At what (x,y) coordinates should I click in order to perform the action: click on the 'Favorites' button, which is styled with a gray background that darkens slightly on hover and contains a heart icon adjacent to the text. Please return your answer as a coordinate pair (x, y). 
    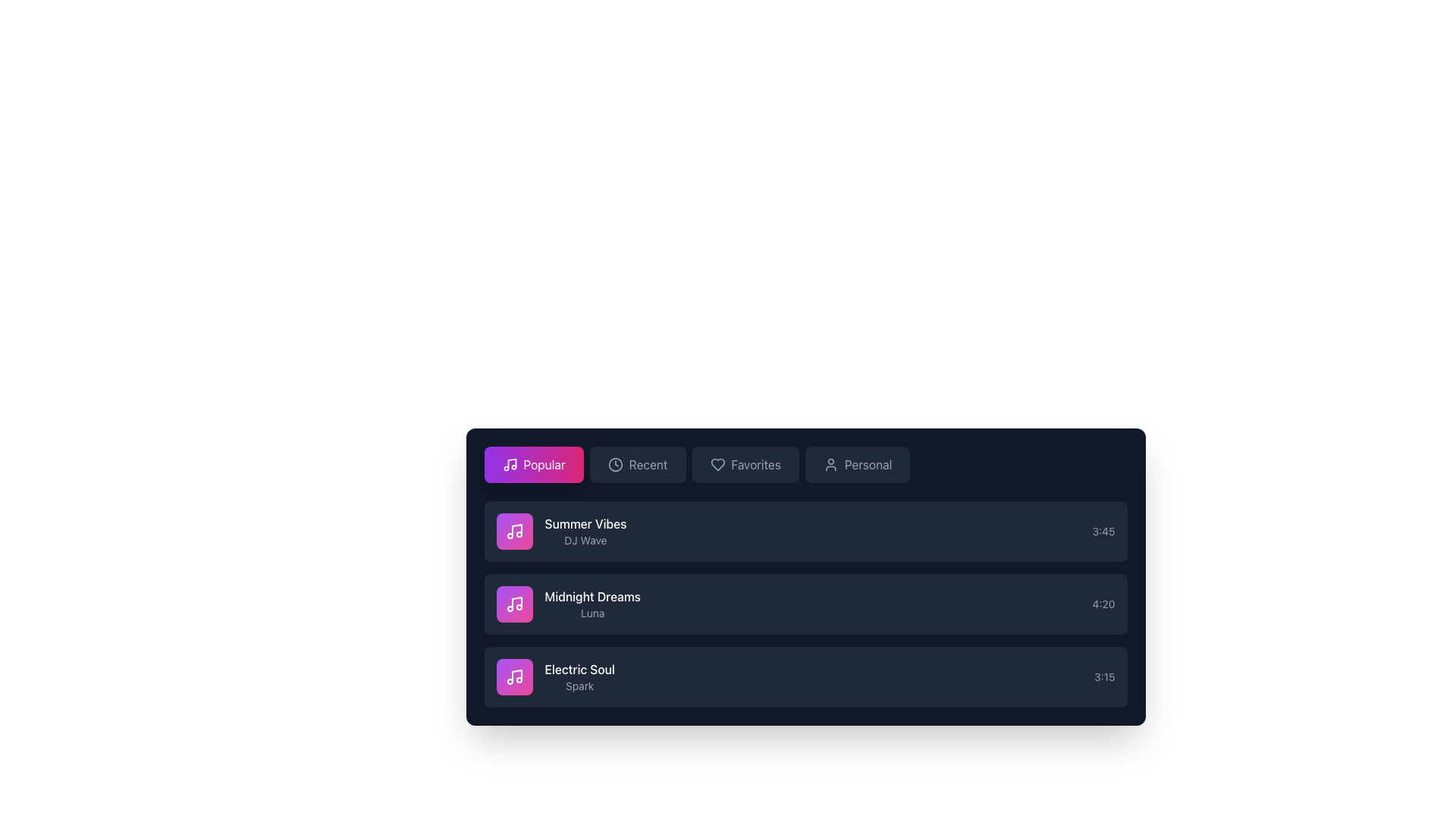
    Looking at the image, I should click on (745, 464).